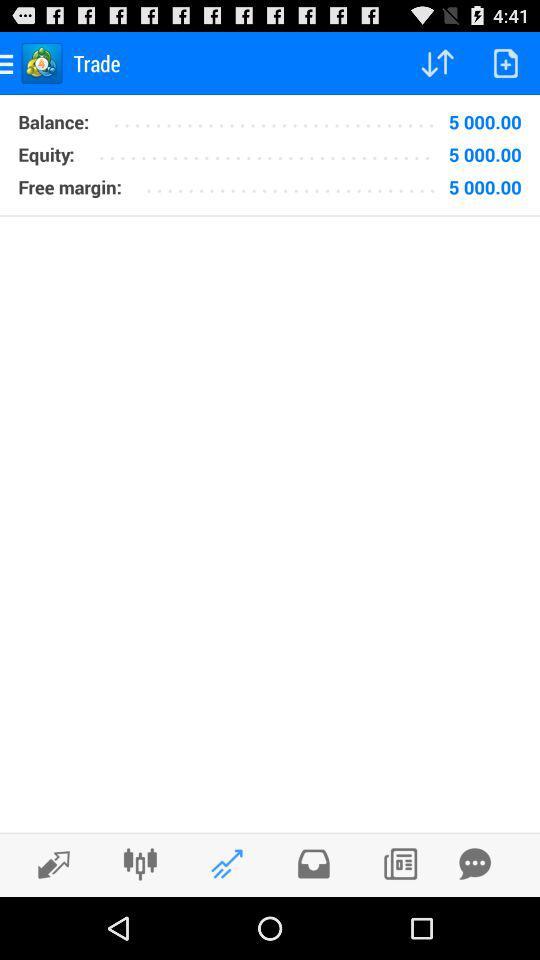 The height and width of the screenshot is (960, 540). Describe the element at coordinates (400, 863) in the screenshot. I see `trades` at that location.